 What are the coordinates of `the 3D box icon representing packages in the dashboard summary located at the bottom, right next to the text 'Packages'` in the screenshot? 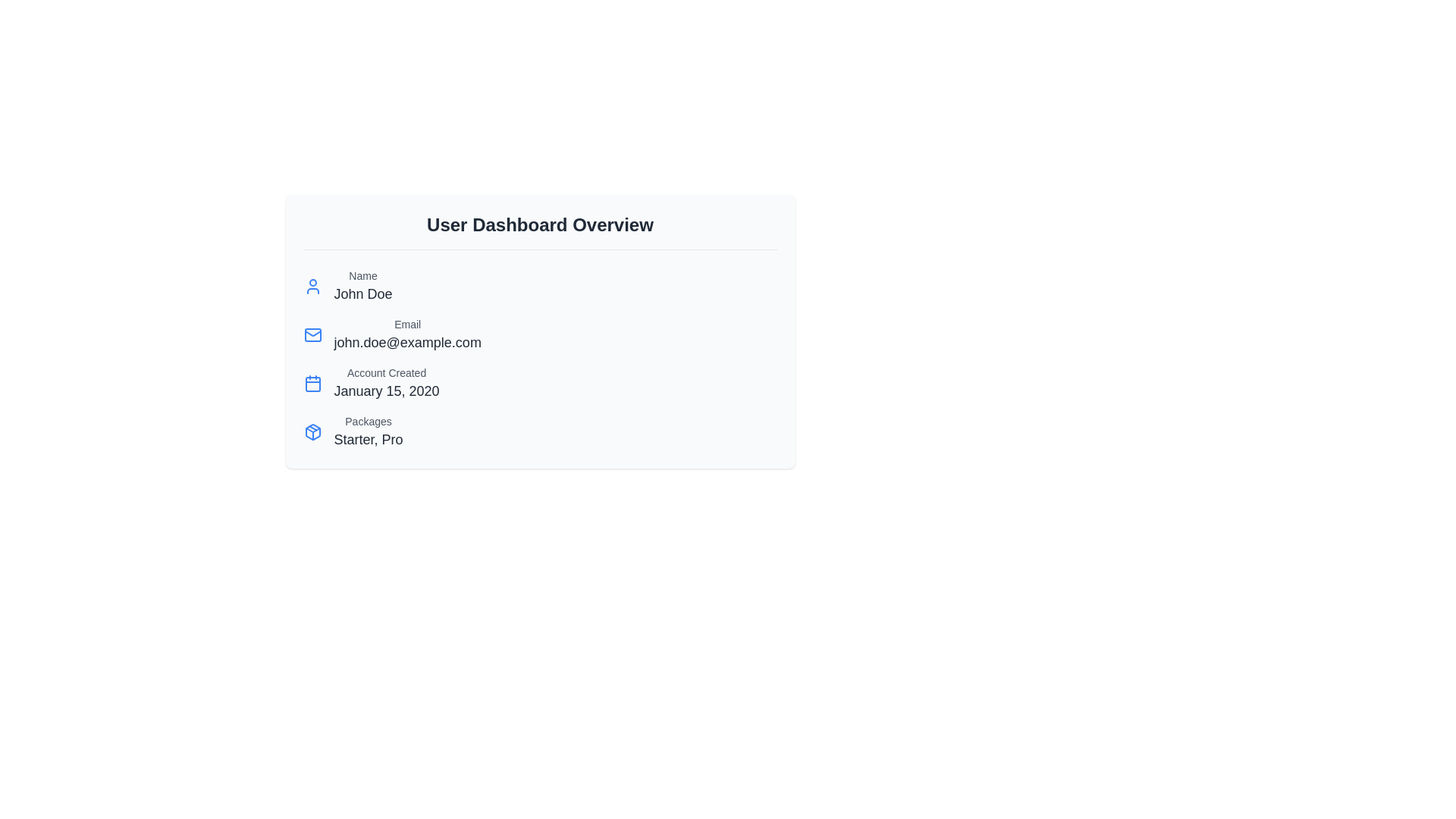 It's located at (312, 432).